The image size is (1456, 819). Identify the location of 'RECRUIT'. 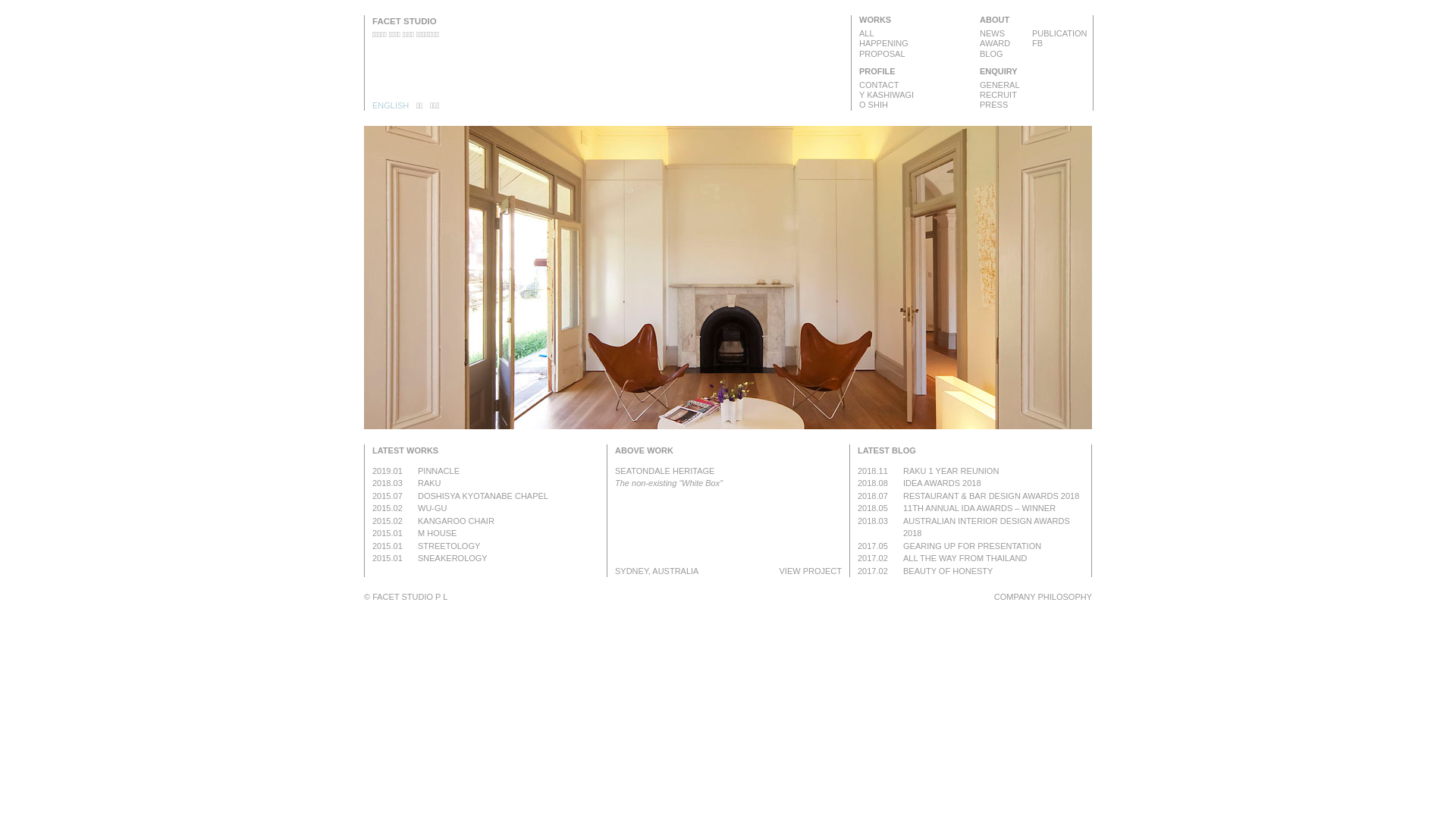
(979, 95).